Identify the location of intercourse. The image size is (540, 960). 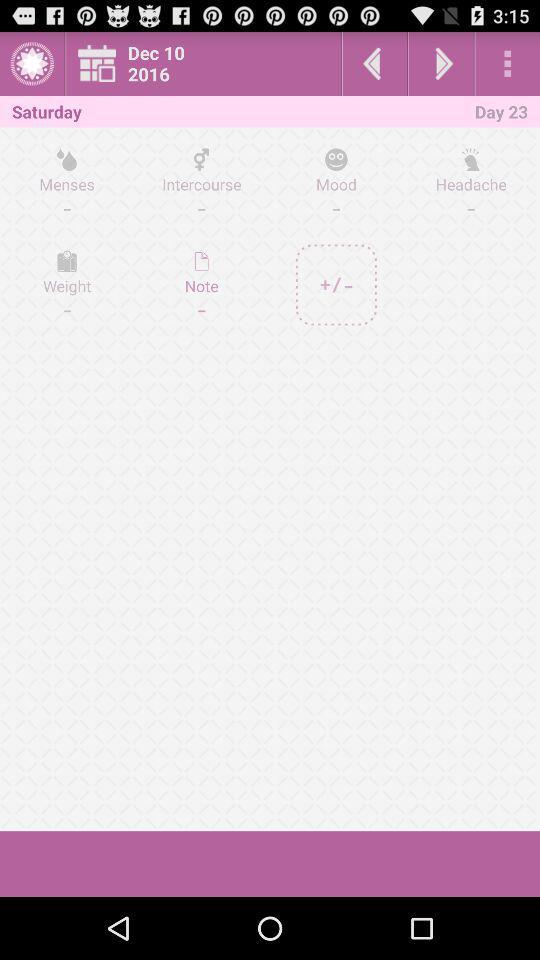
(201, 183).